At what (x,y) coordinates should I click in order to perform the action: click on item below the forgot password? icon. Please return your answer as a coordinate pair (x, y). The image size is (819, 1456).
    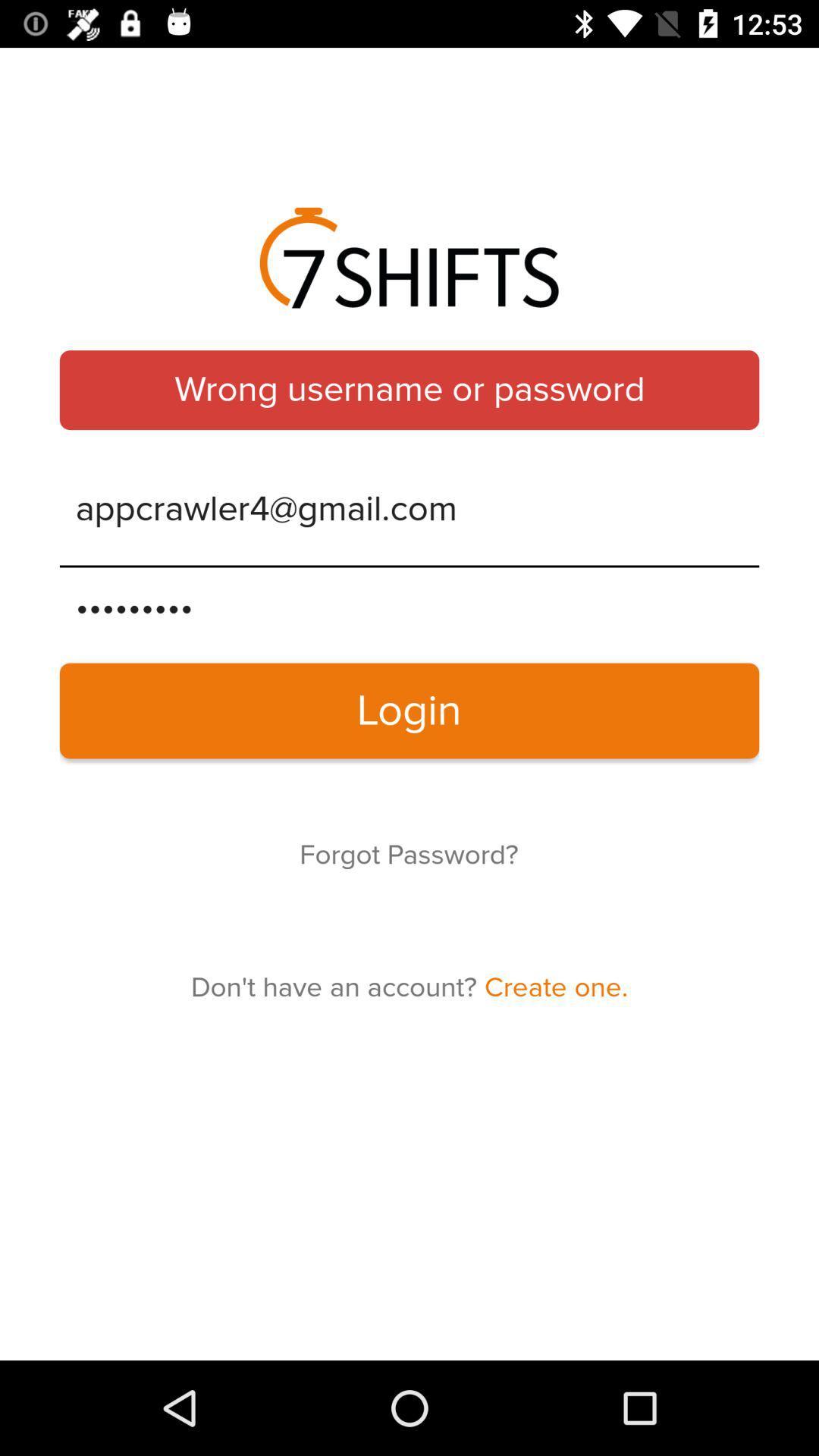
    Looking at the image, I should click on (409, 987).